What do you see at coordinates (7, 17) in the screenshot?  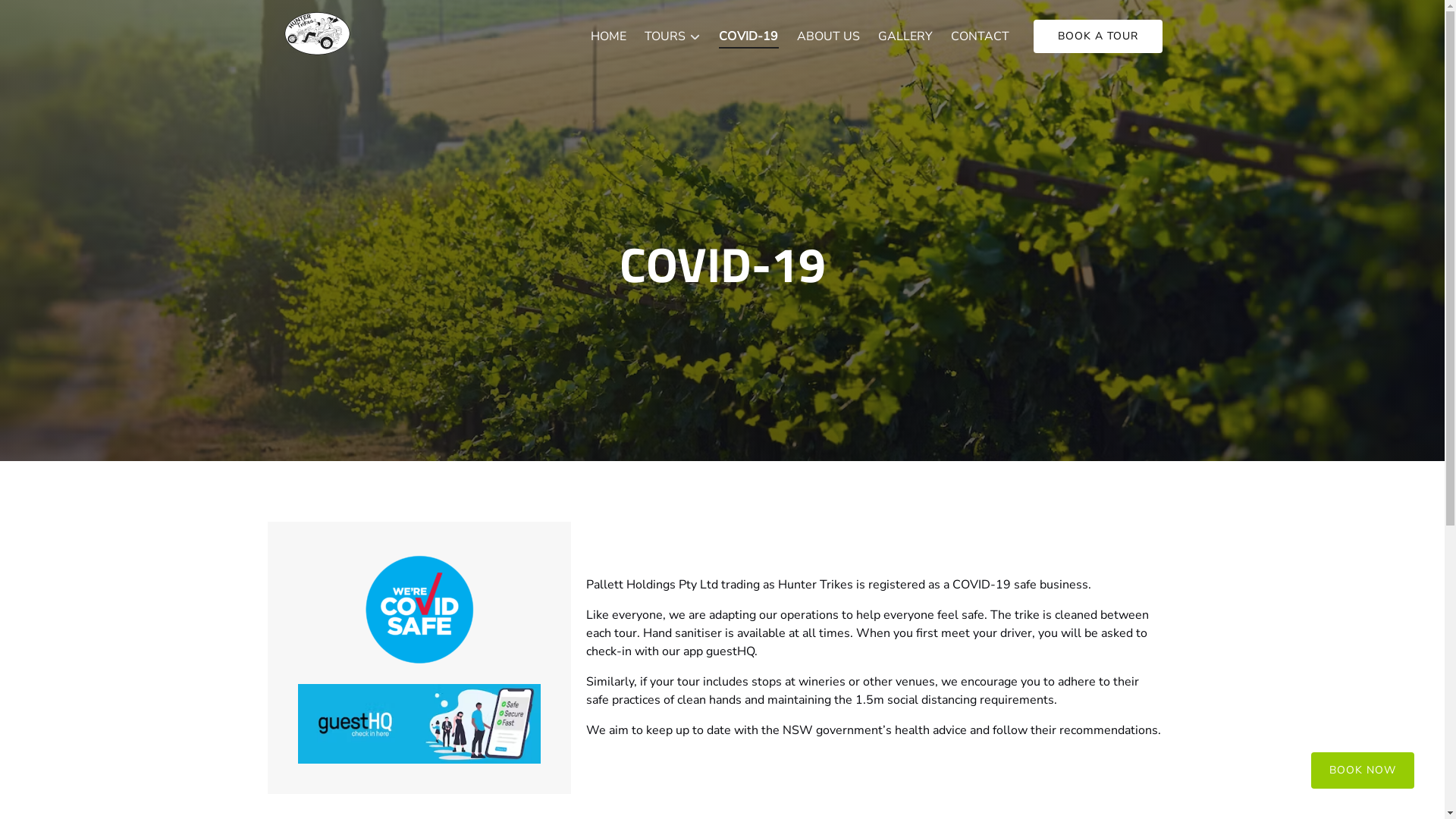 I see `'Skip to content'` at bounding box center [7, 17].